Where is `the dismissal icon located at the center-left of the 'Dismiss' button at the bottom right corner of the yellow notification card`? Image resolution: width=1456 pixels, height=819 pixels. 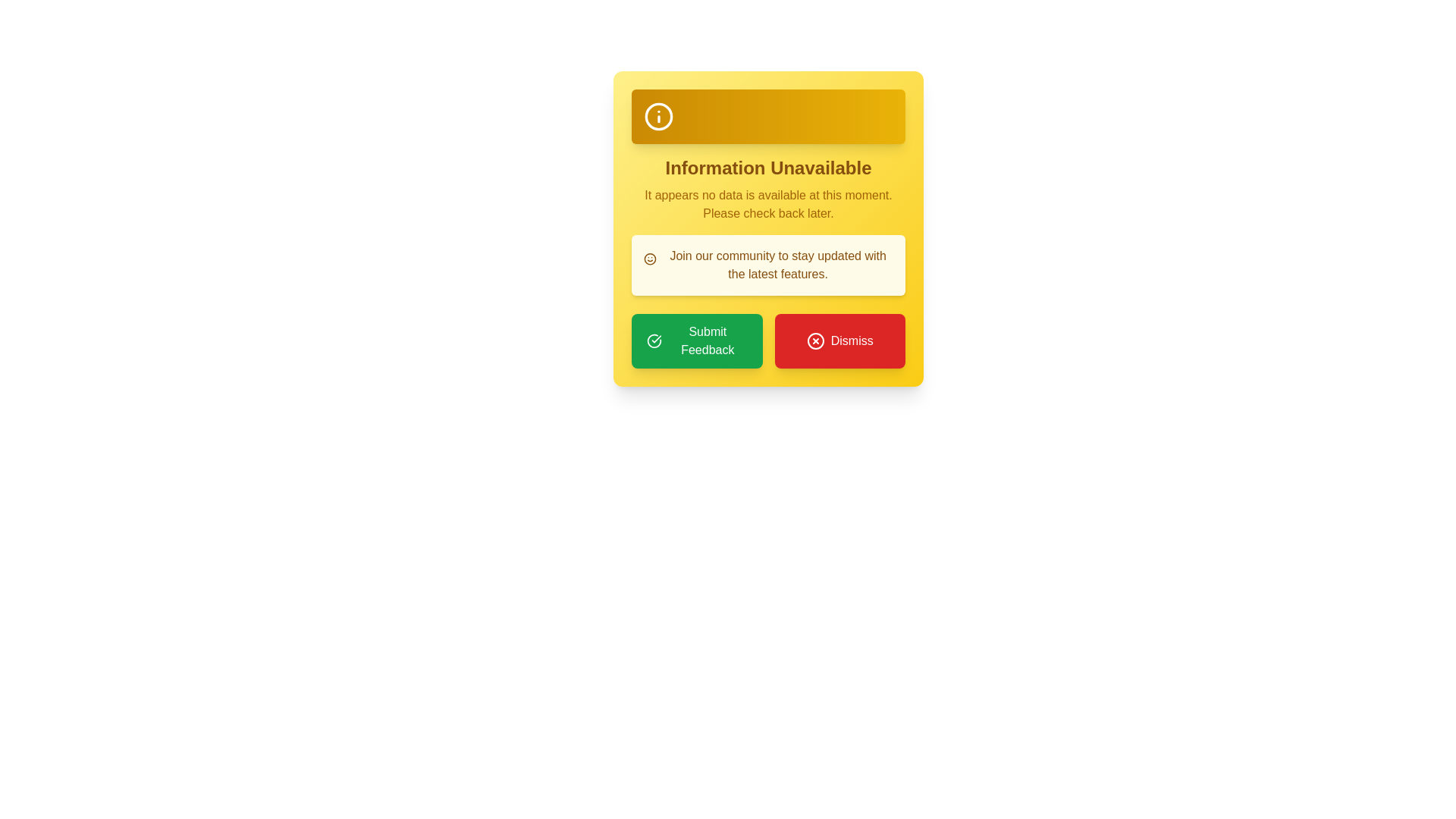
the dismissal icon located at the center-left of the 'Dismiss' button at the bottom right corner of the yellow notification card is located at coordinates (814, 341).